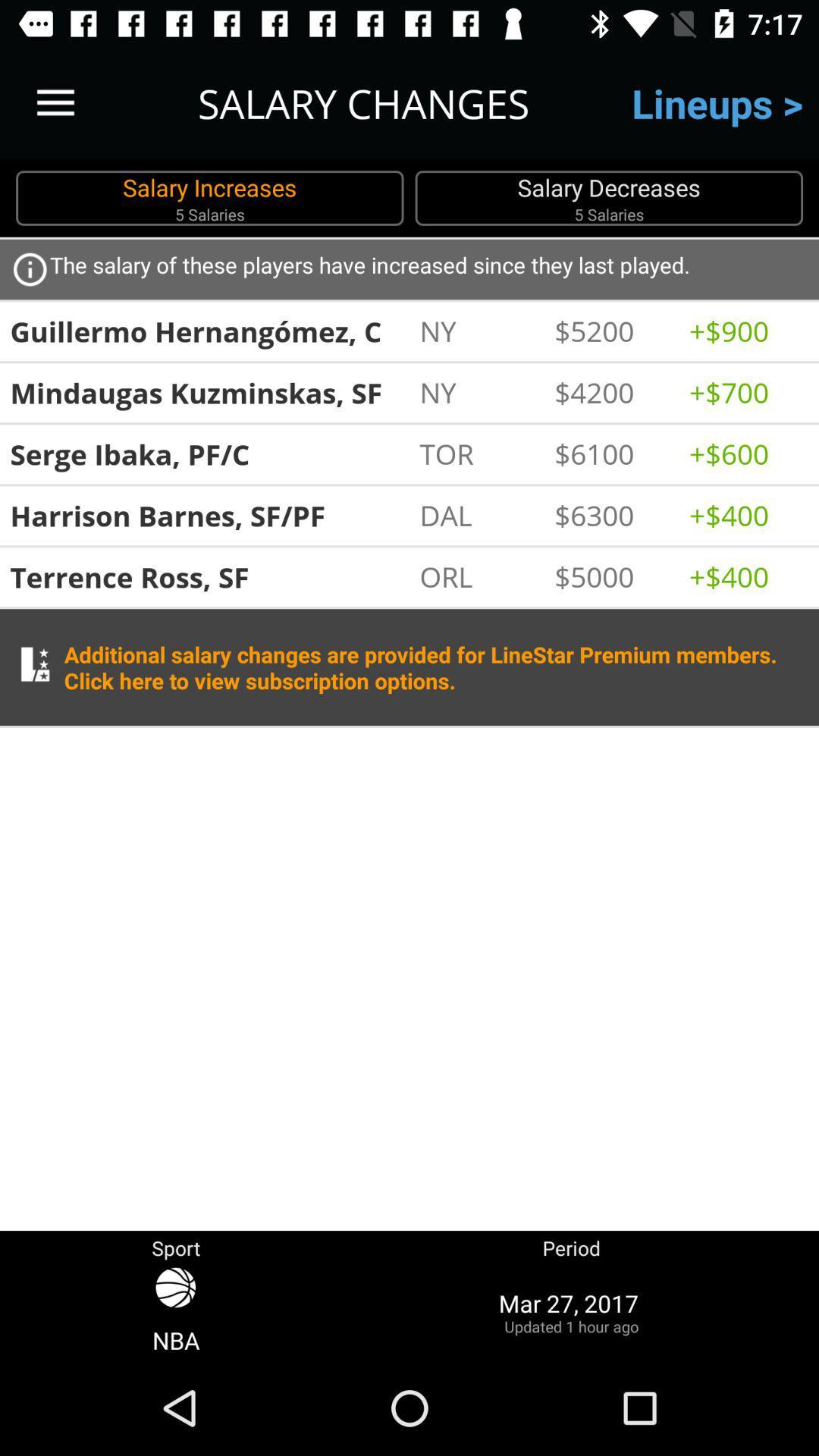  What do you see at coordinates (479, 453) in the screenshot?
I see `tor item` at bounding box center [479, 453].